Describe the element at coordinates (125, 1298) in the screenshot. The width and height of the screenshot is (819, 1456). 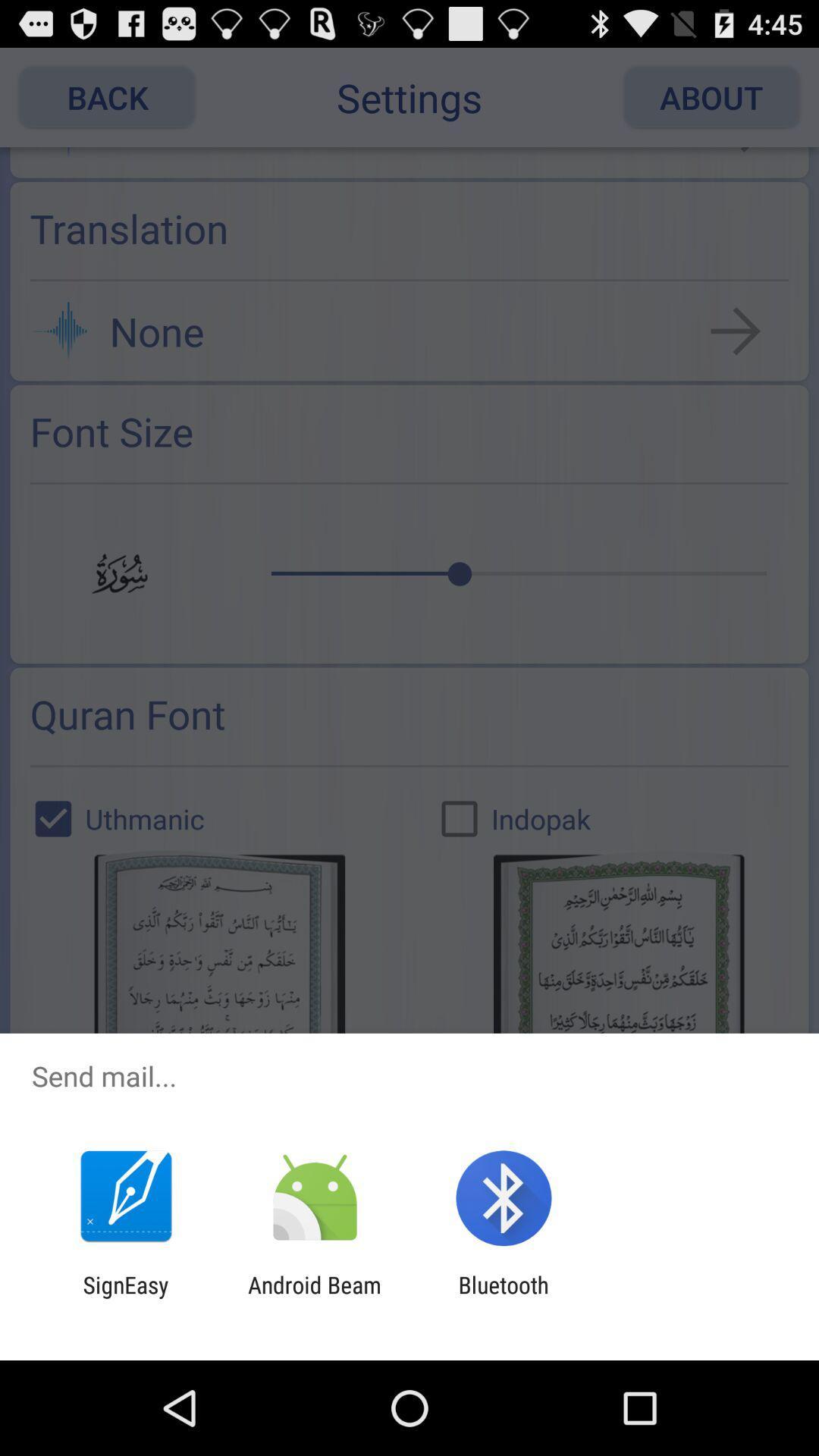
I see `the signeasy icon` at that location.